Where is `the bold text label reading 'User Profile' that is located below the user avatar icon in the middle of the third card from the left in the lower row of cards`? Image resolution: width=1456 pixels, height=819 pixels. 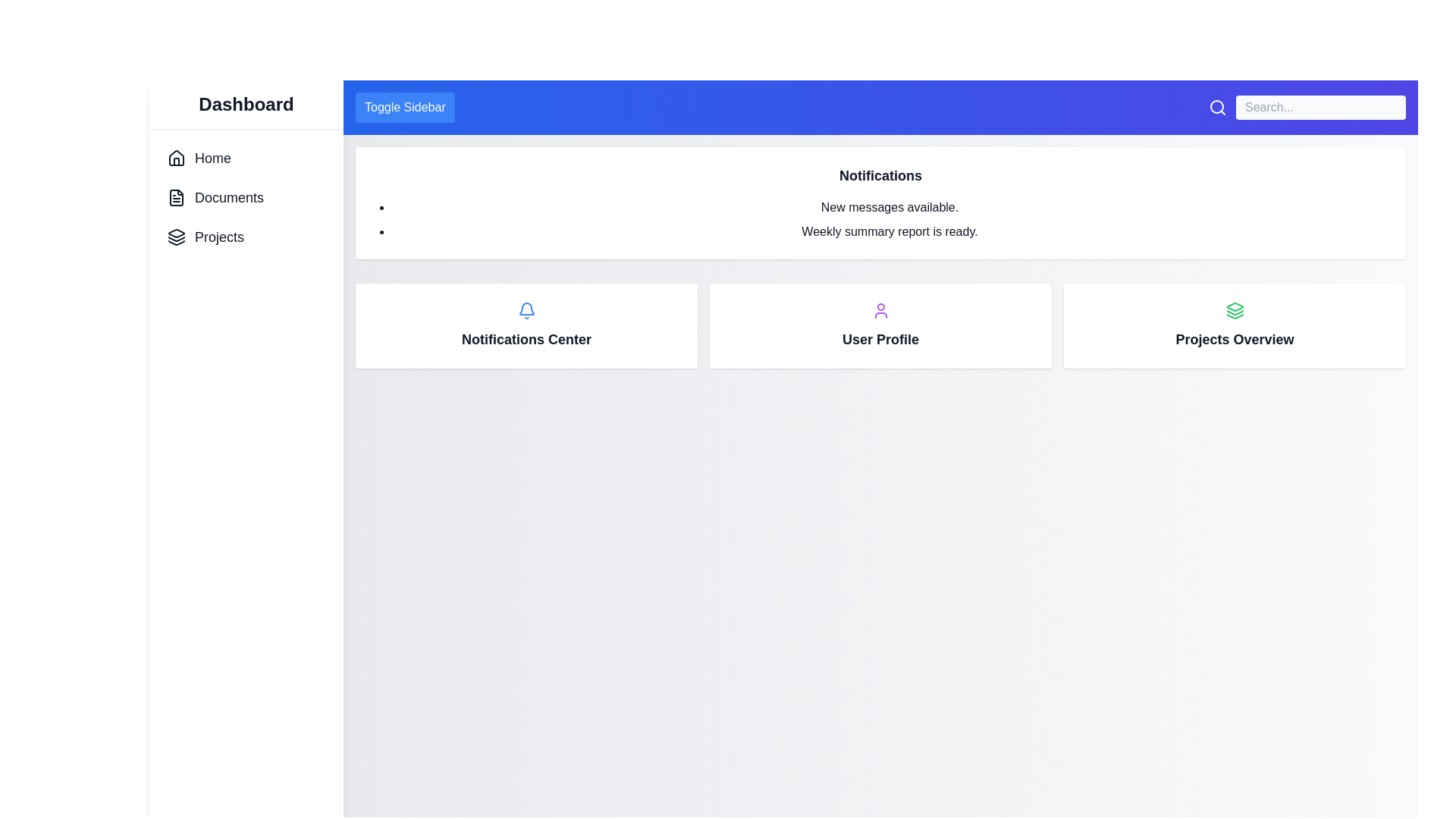
the bold text label reading 'User Profile' that is located below the user avatar icon in the middle of the third card from the left in the lower row of cards is located at coordinates (880, 338).